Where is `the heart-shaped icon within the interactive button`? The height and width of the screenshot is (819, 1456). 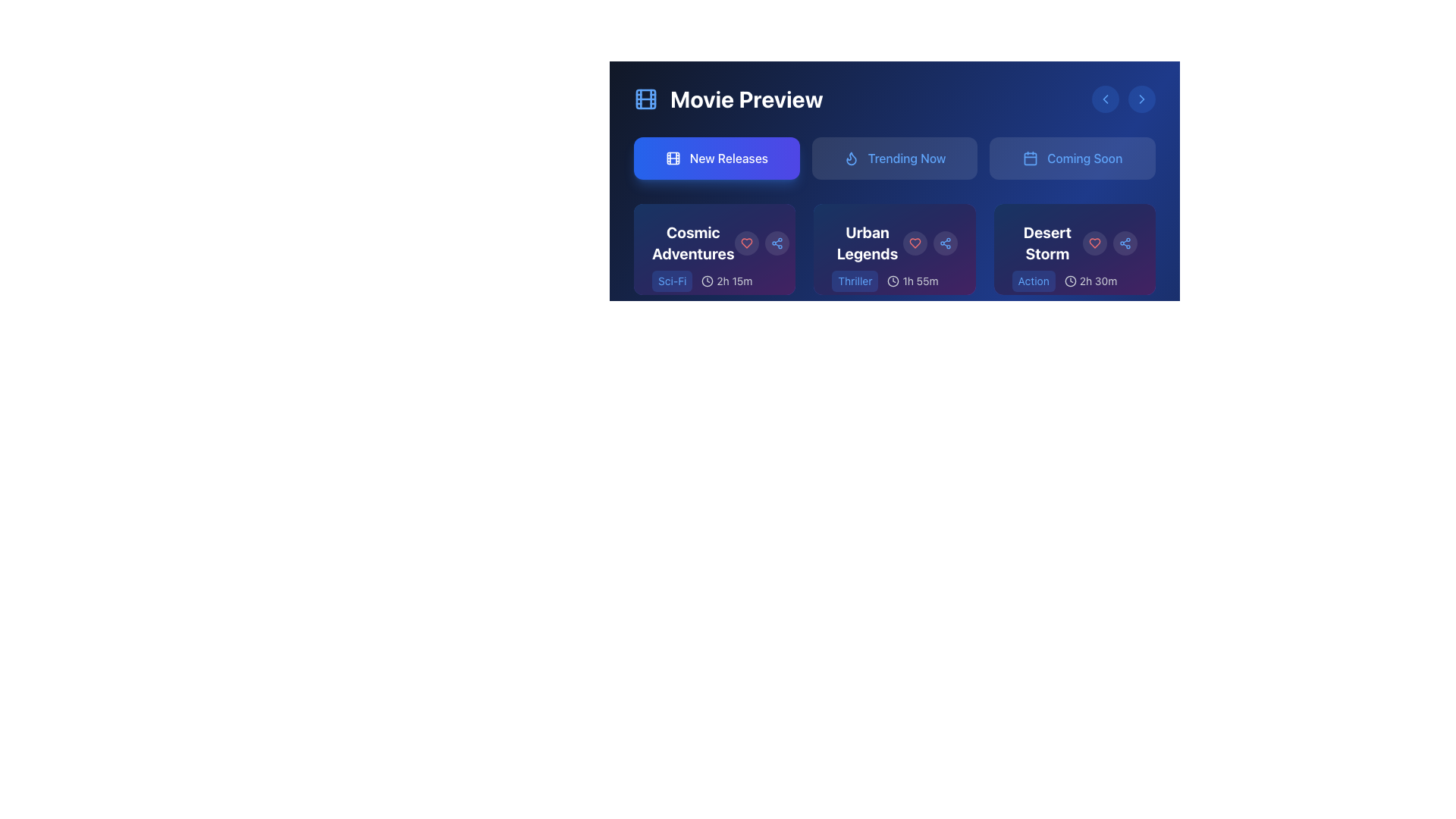 the heart-shaped icon within the interactive button is located at coordinates (746, 242).